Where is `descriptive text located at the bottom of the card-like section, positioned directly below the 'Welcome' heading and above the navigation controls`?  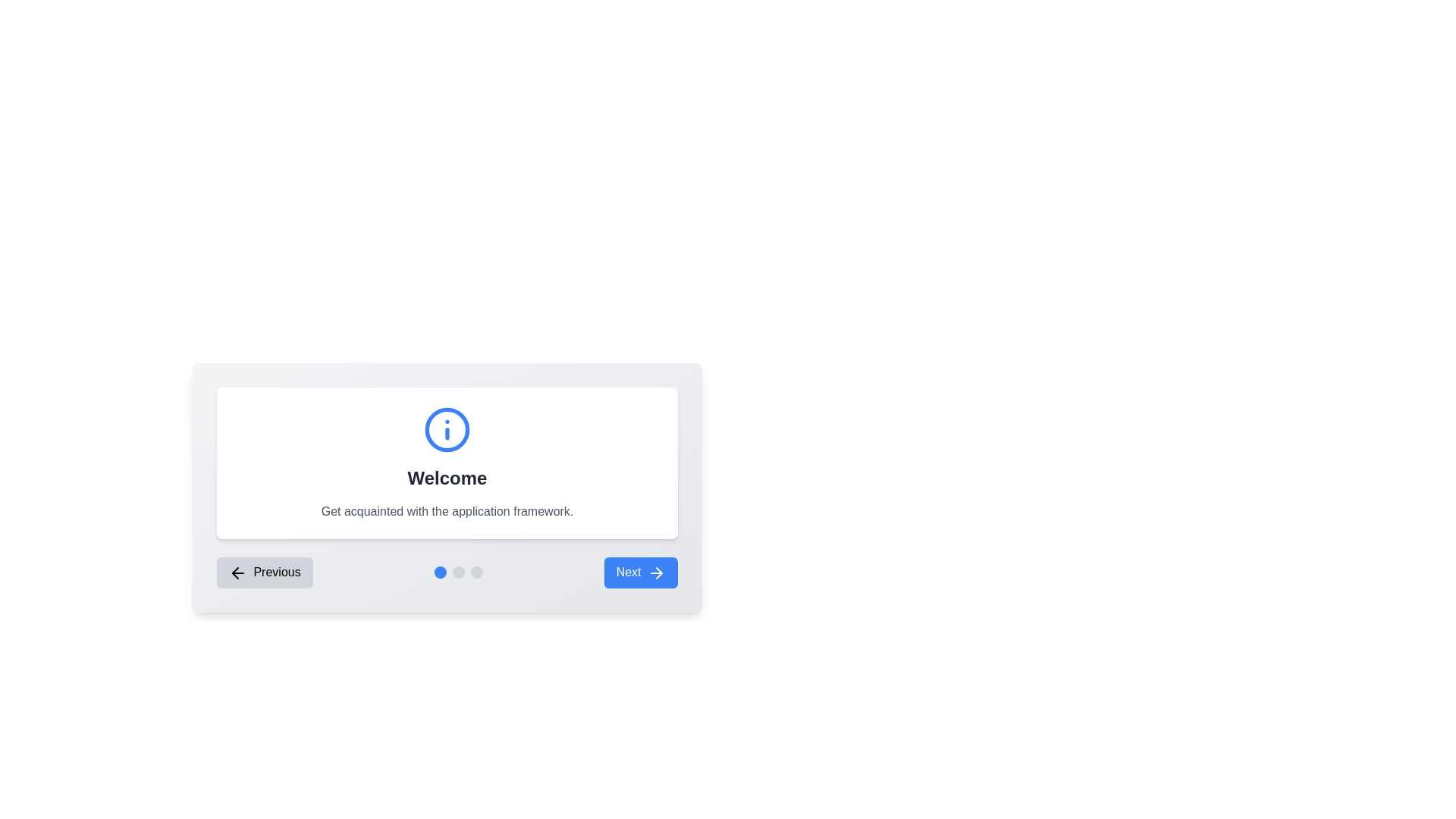
descriptive text located at the bottom of the card-like section, positioned directly below the 'Welcome' heading and above the navigation controls is located at coordinates (447, 512).